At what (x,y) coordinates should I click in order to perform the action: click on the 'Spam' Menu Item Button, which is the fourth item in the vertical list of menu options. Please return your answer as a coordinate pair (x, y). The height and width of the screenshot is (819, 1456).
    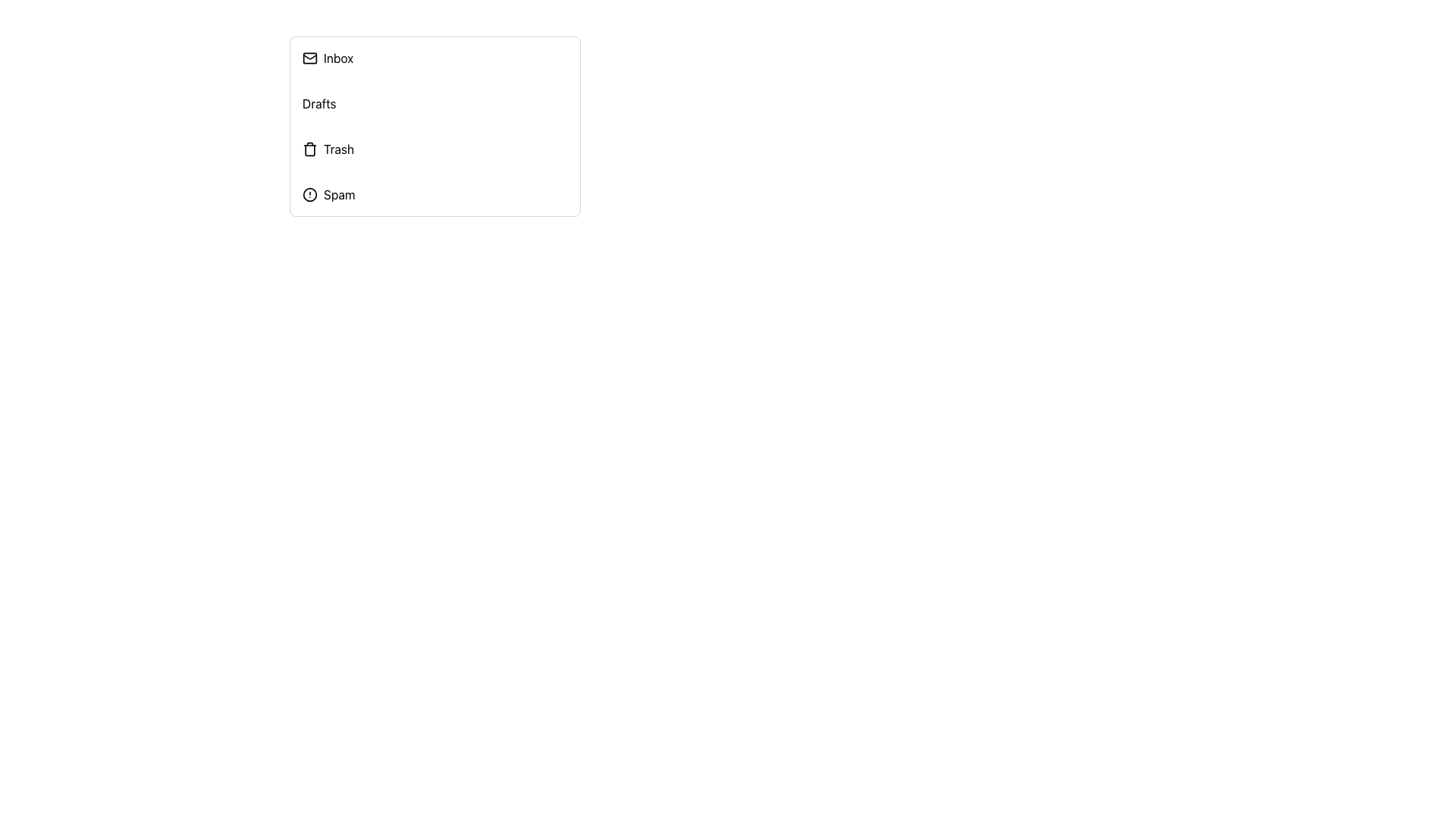
    Looking at the image, I should click on (435, 194).